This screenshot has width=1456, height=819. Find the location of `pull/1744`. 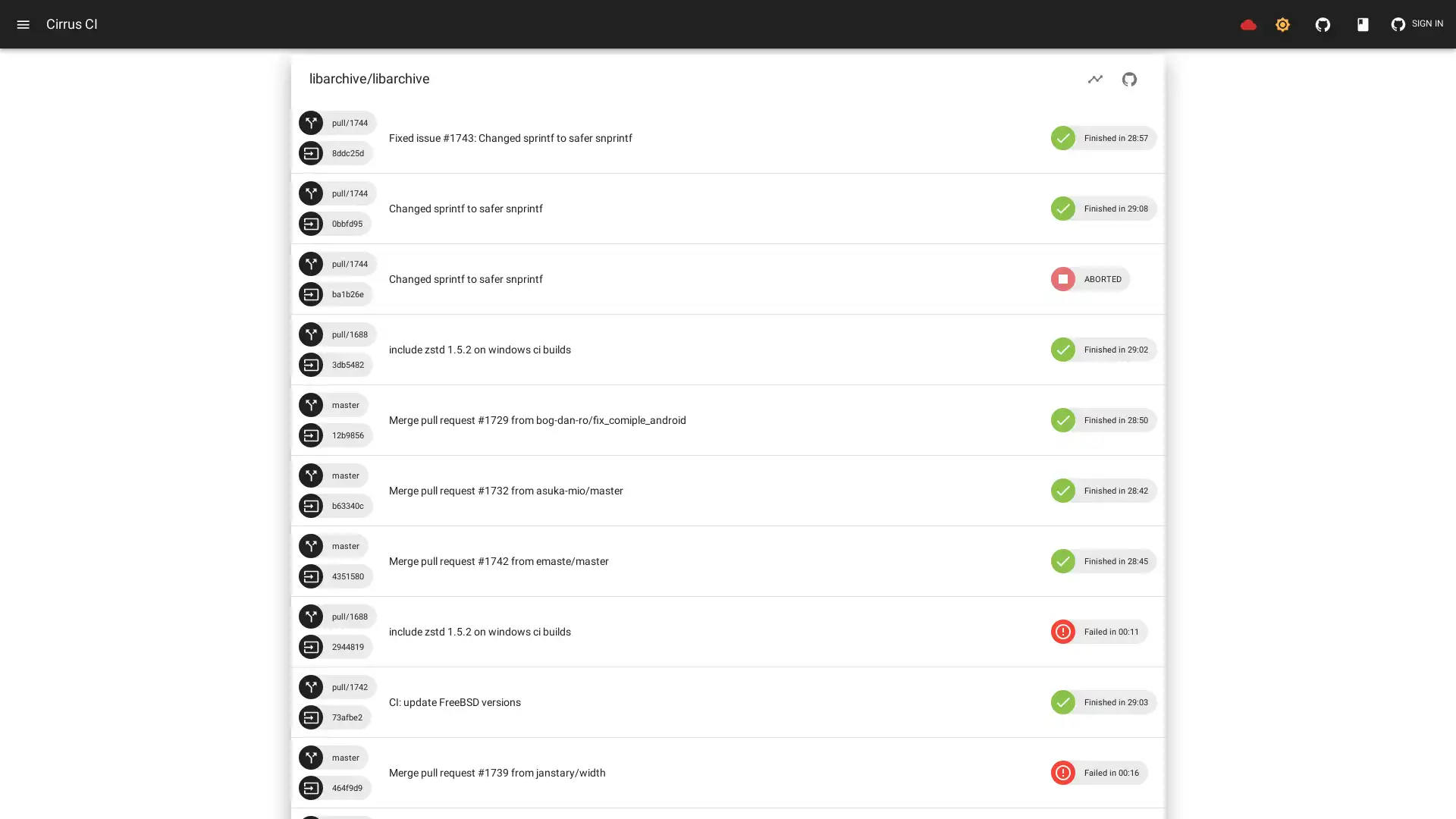

pull/1744 is located at coordinates (337, 262).